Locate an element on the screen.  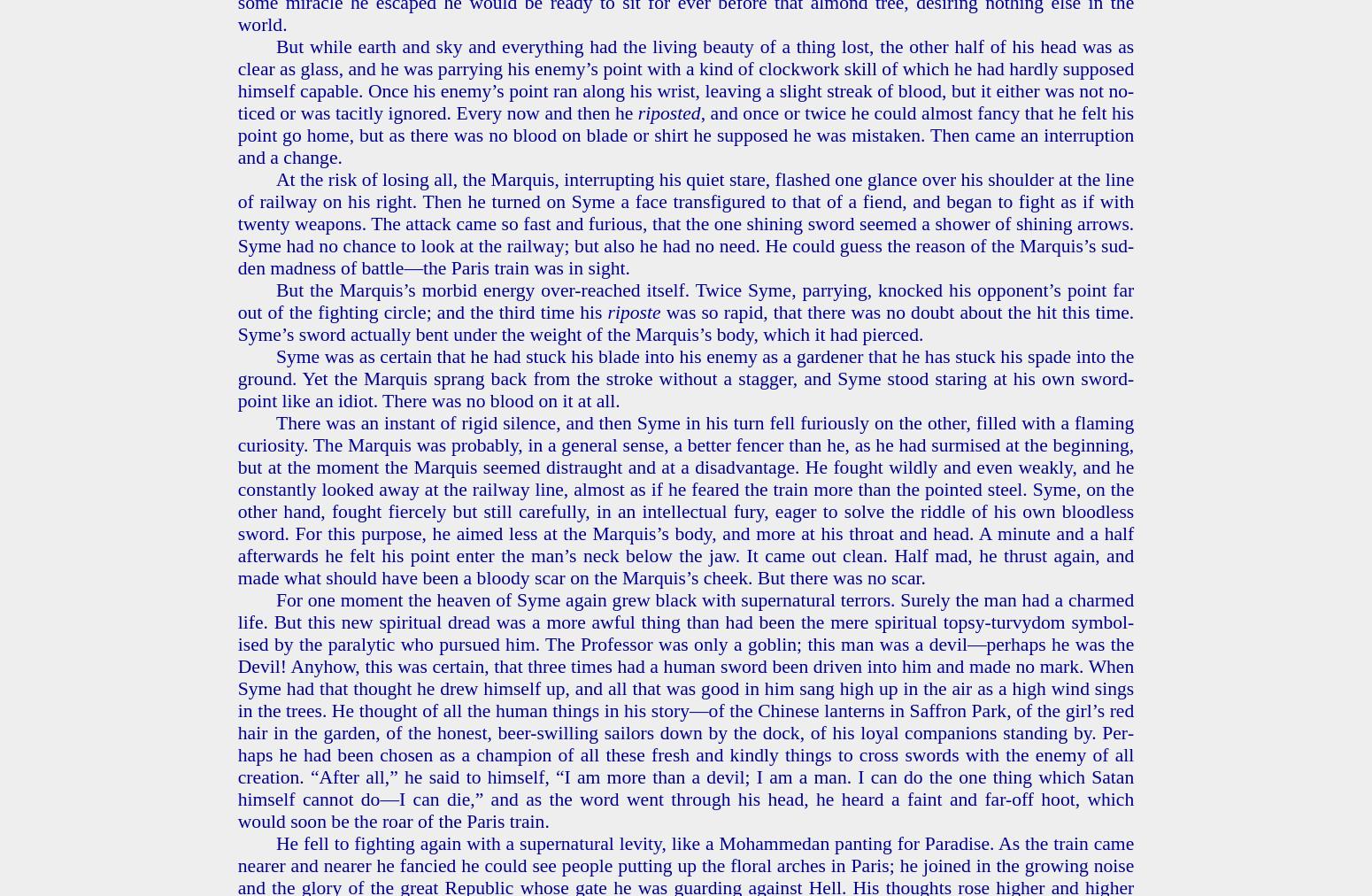
'ri­post­ed' is located at coordinates (668, 112).